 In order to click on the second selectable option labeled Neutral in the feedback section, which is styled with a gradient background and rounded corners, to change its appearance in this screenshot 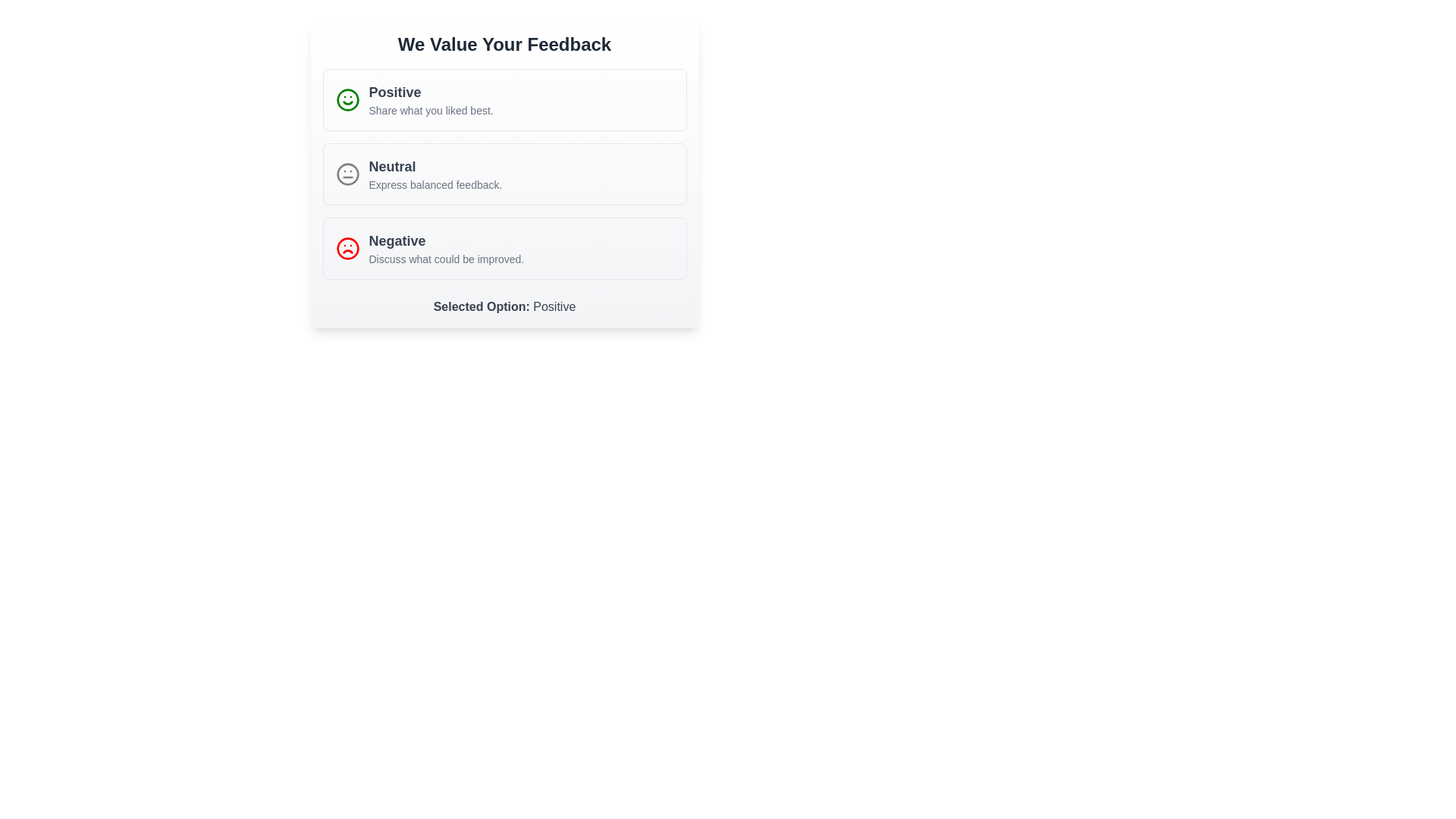, I will do `click(504, 174)`.